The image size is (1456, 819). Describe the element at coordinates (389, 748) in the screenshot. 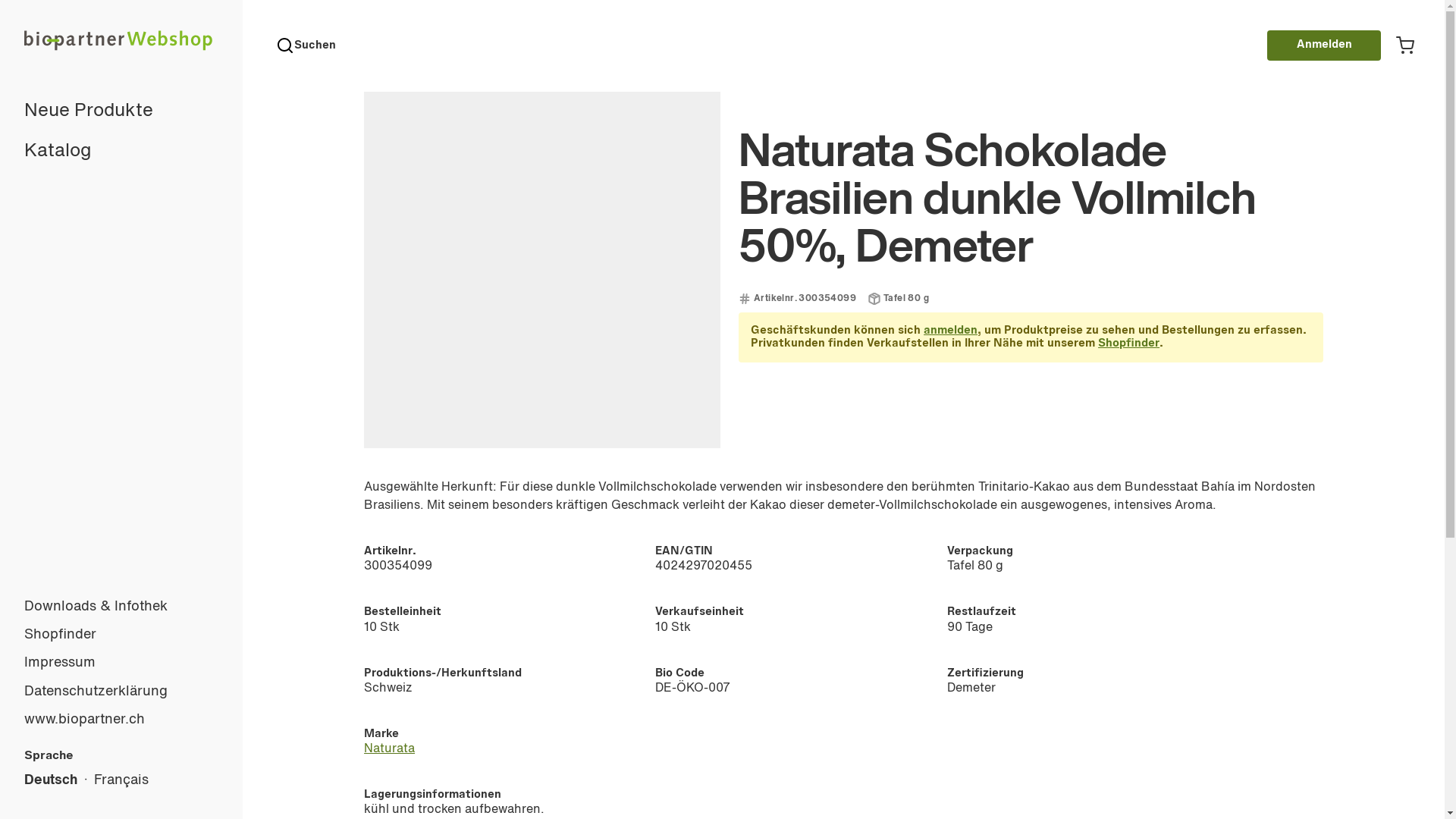

I see `'Naturata'` at that location.